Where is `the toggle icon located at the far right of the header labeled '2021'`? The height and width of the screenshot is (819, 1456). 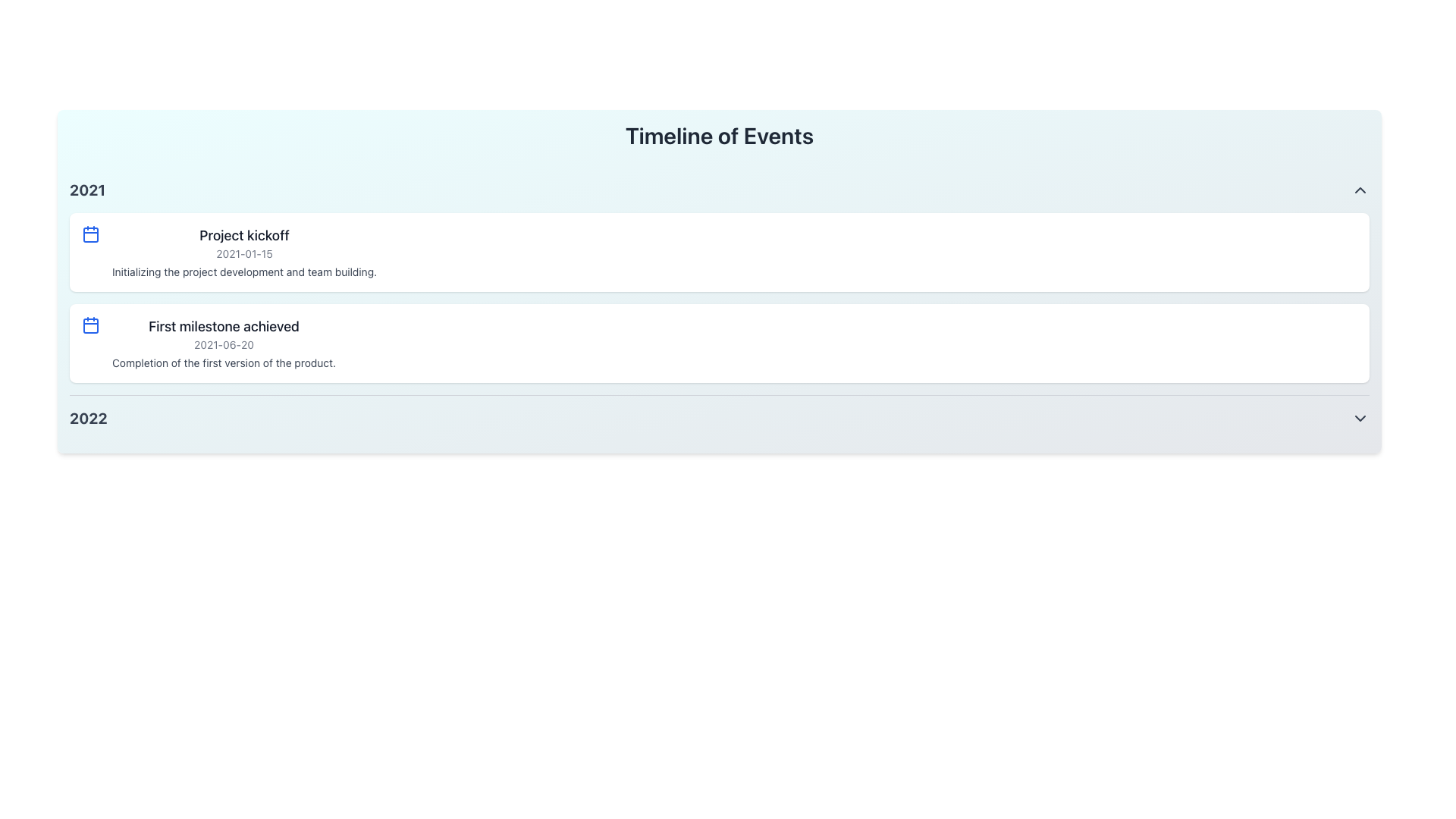 the toggle icon located at the far right of the header labeled '2021' is located at coordinates (1360, 189).